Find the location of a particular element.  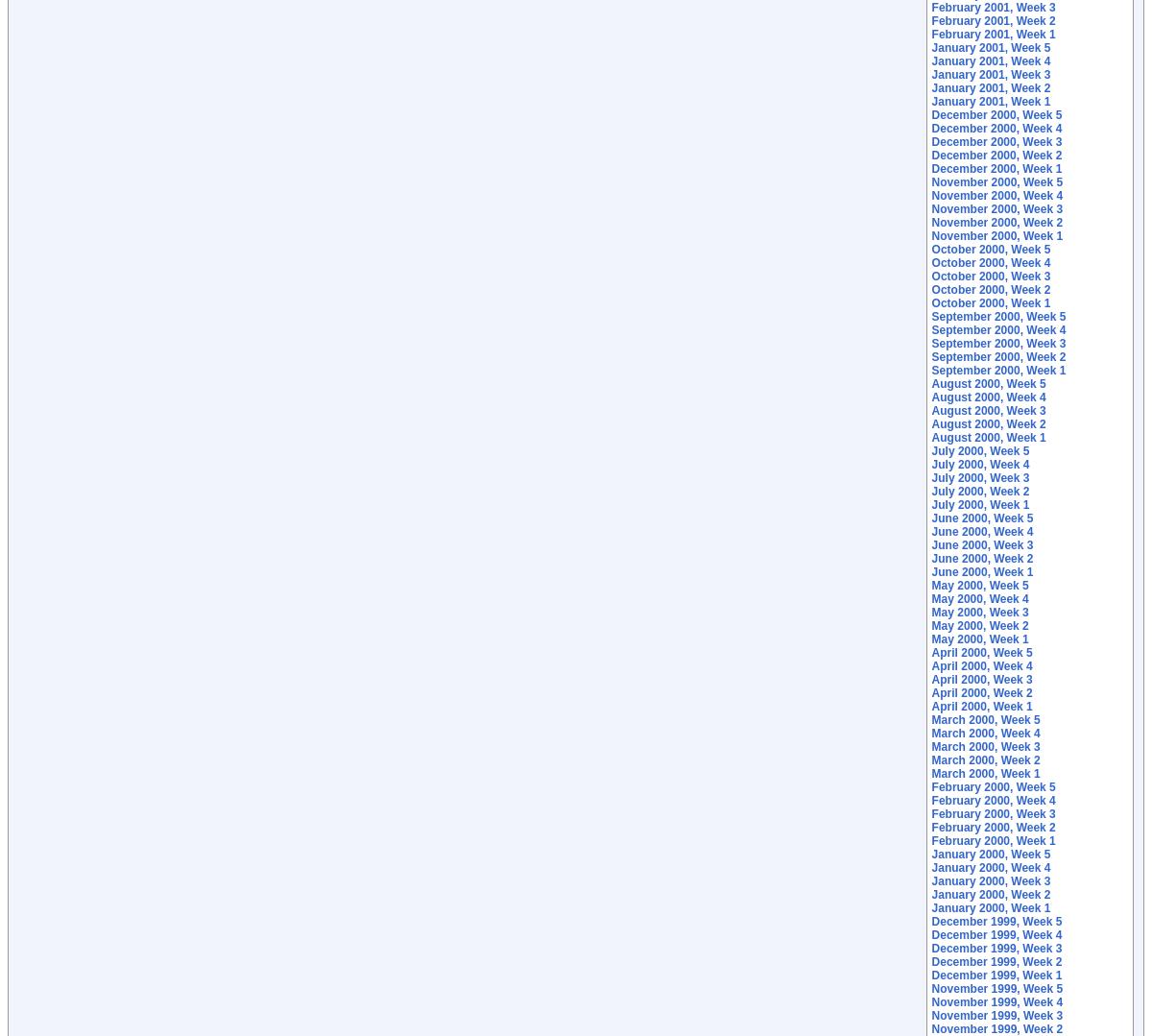

'November 1999, Week 2' is located at coordinates (996, 1027).